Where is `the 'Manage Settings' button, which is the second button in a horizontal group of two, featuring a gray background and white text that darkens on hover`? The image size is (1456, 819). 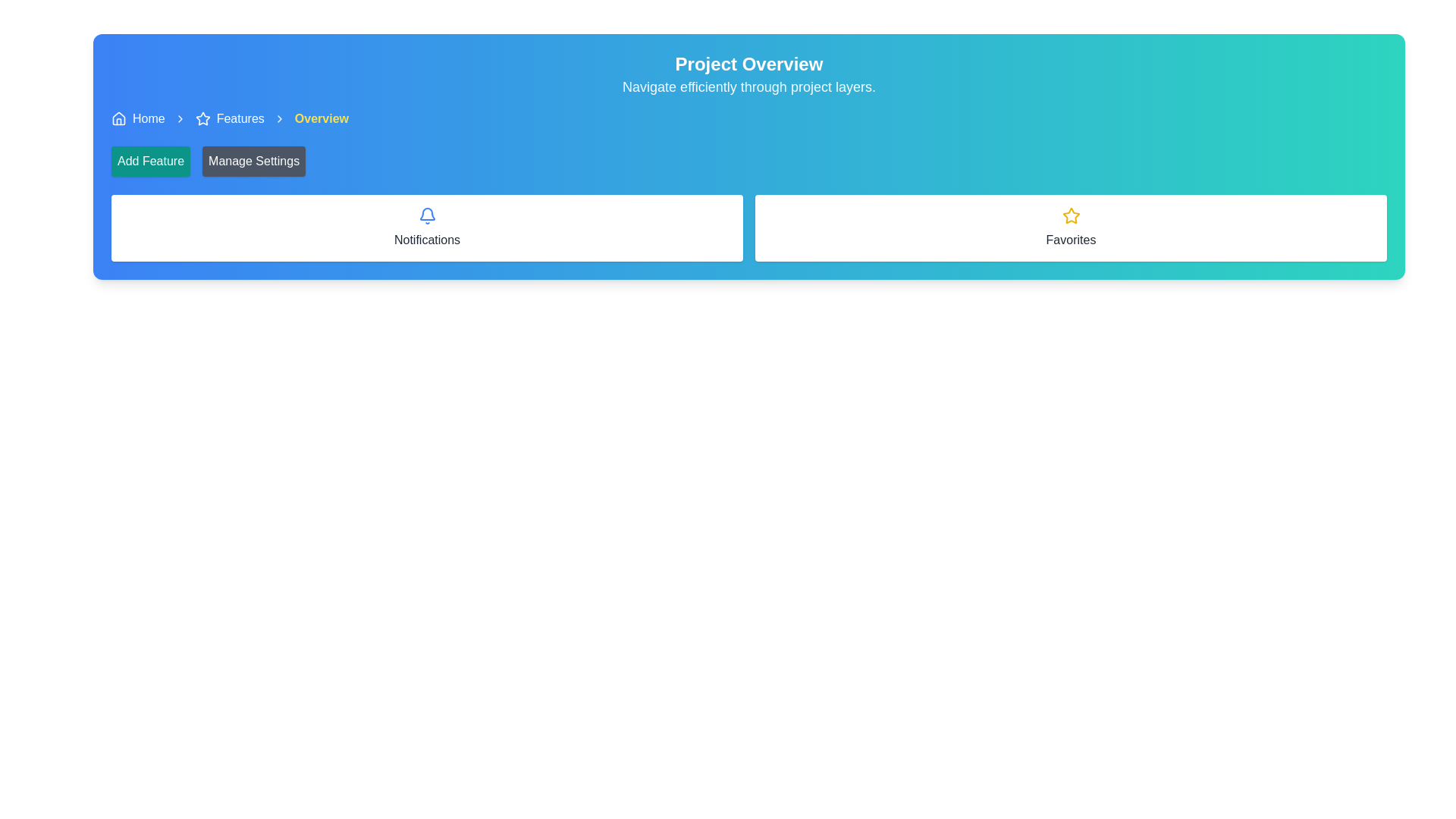 the 'Manage Settings' button, which is the second button in a horizontal group of two, featuring a gray background and white text that darkens on hover is located at coordinates (254, 161).